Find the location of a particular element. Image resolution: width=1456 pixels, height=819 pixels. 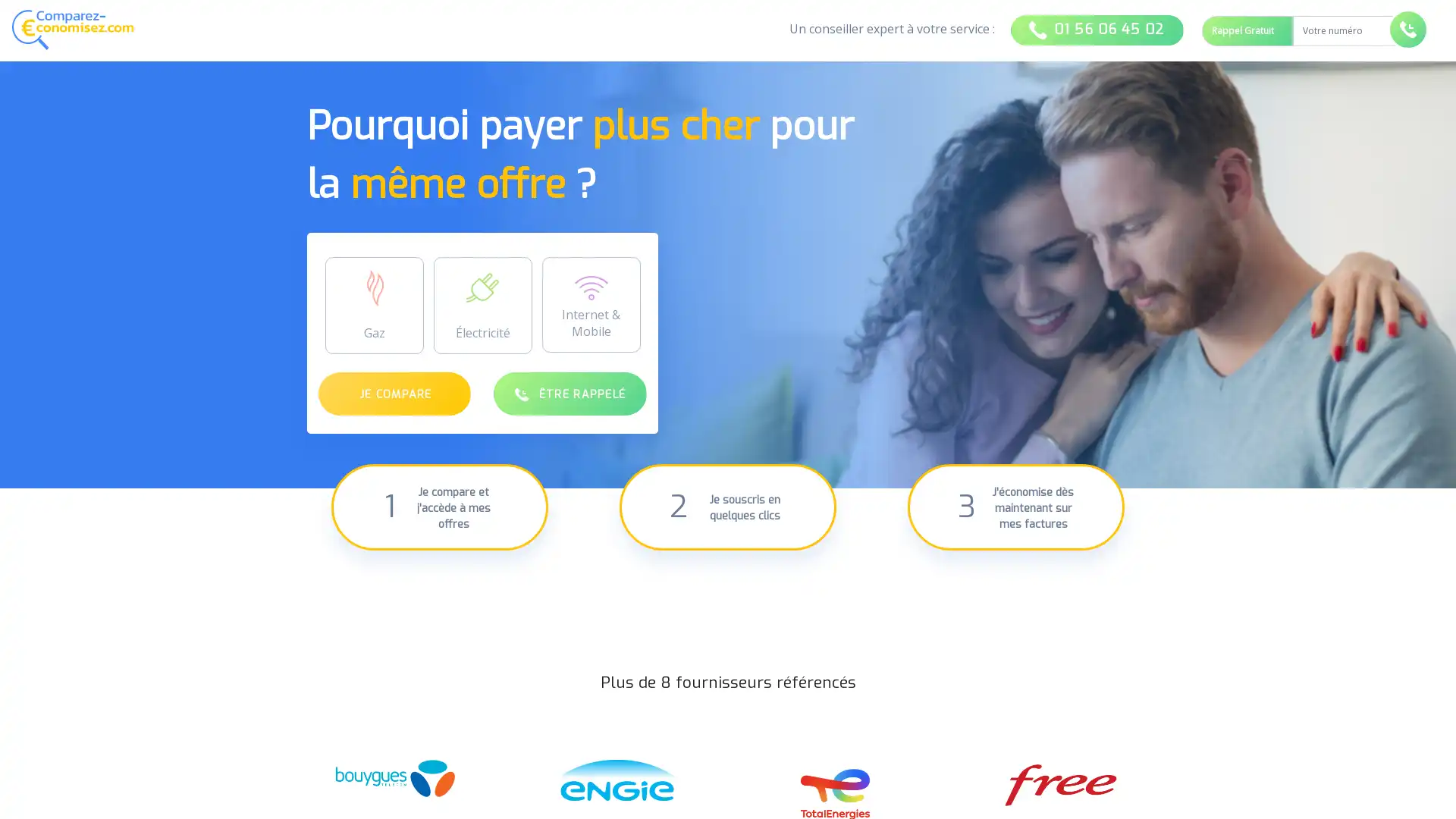

ETRE RAPPELE is located at coordinates (569, 393).